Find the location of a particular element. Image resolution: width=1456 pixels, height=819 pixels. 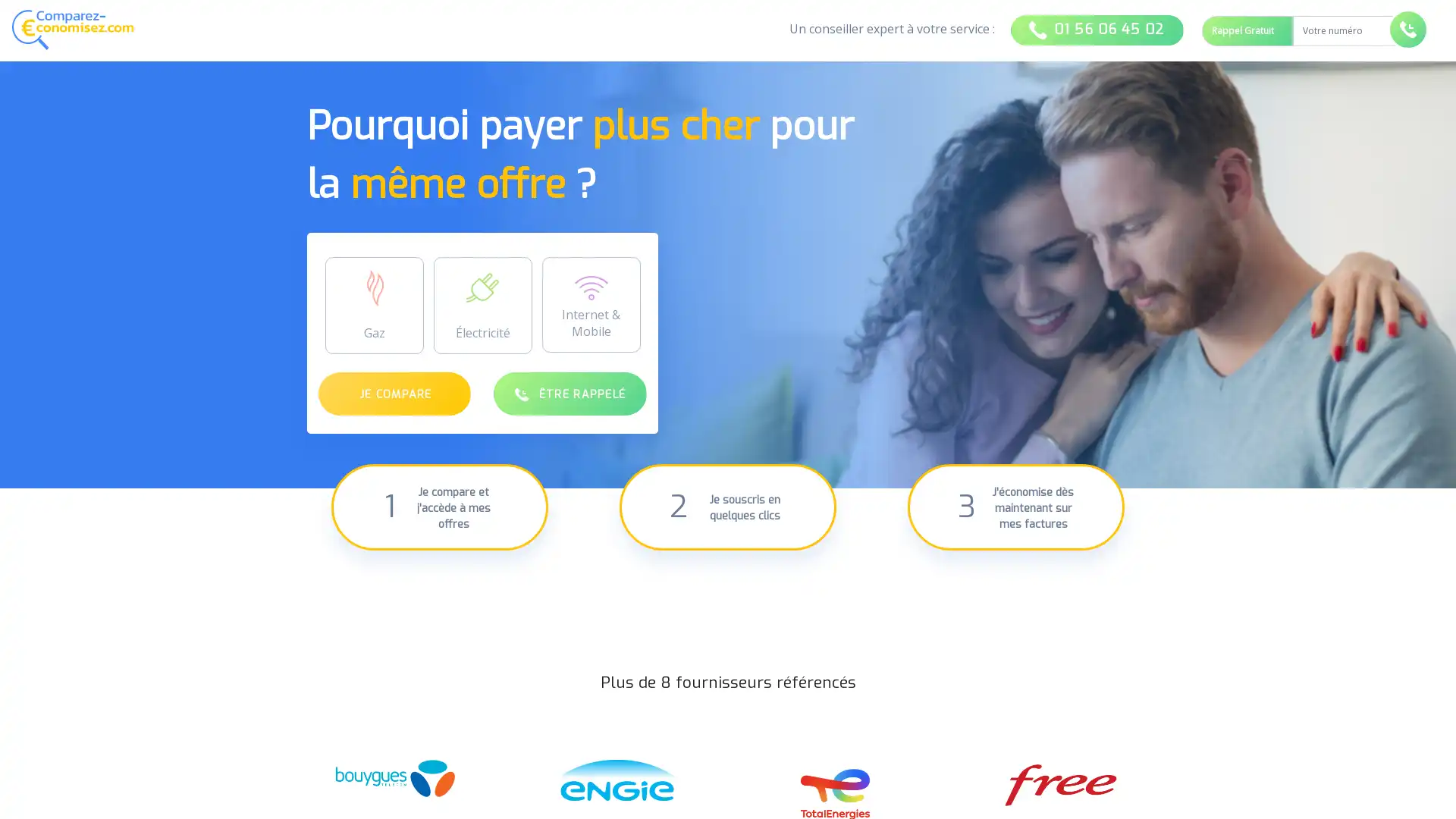

ETRE RAPPELE is located at coordinates (569, 393).